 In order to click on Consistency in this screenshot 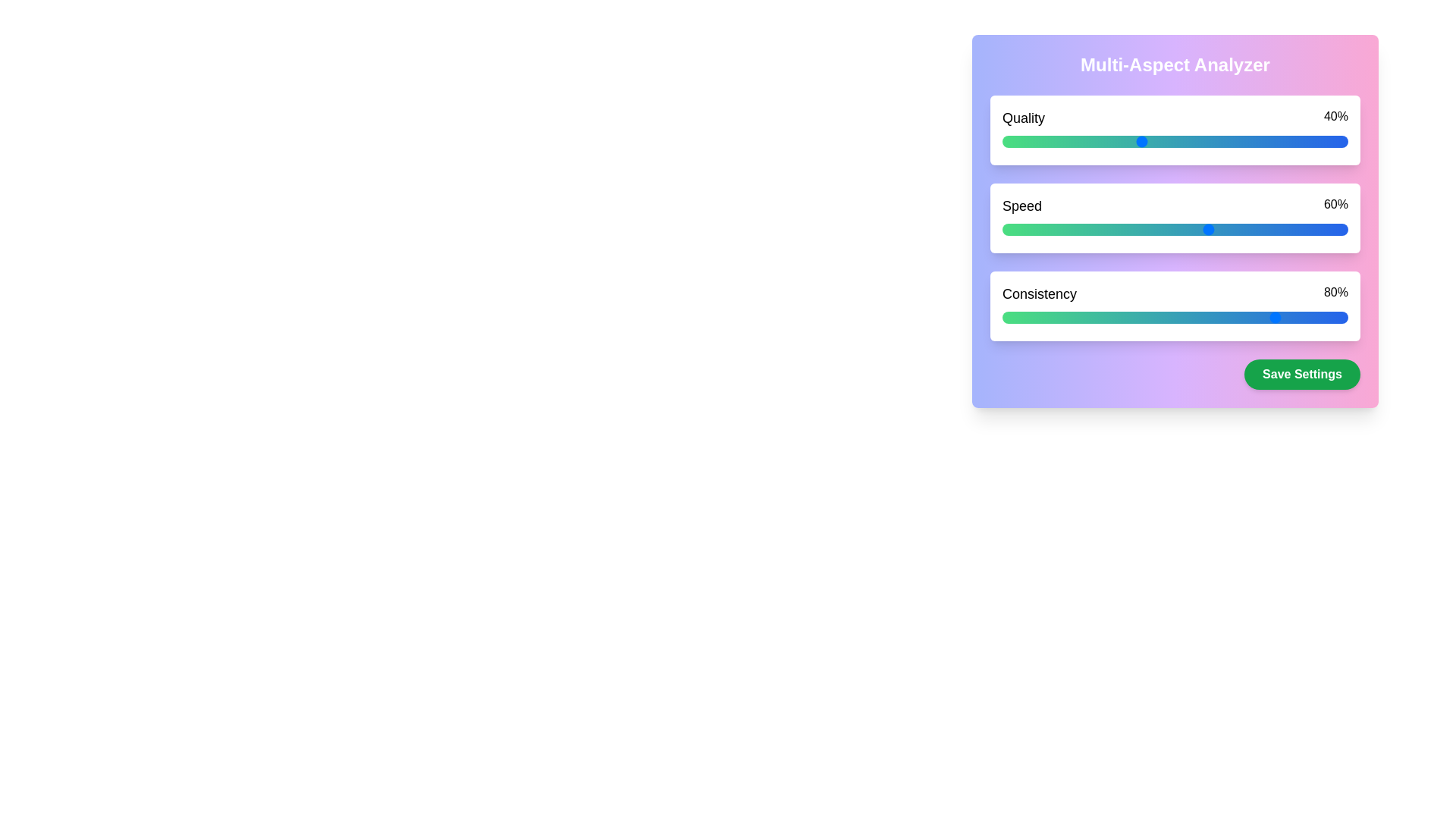, I will do `click(1116, 317)`.